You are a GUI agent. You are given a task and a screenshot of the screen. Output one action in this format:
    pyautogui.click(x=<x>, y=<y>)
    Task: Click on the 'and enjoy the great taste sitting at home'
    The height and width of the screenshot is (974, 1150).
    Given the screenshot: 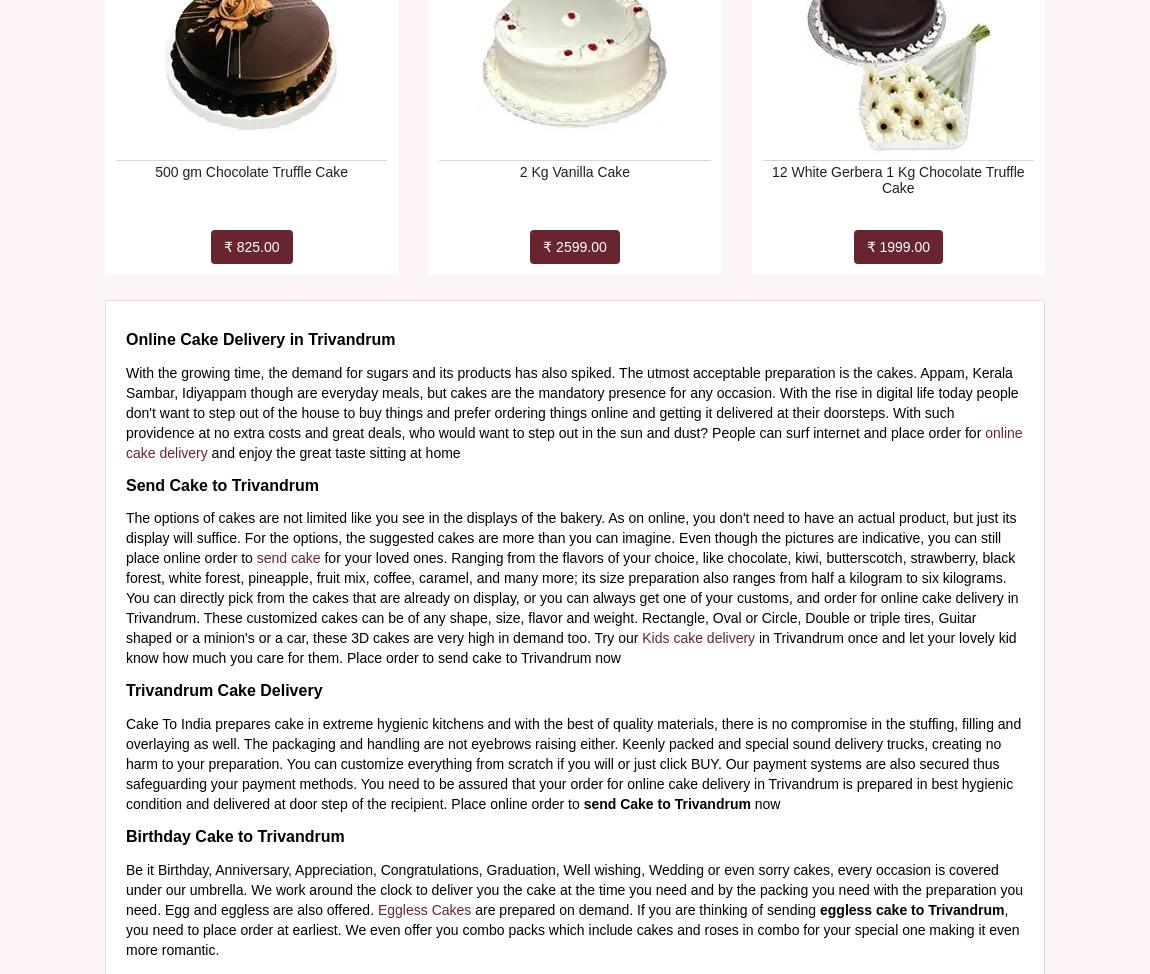 What is the action you would take?
    pyautogui.click(x=333, y=451)
    